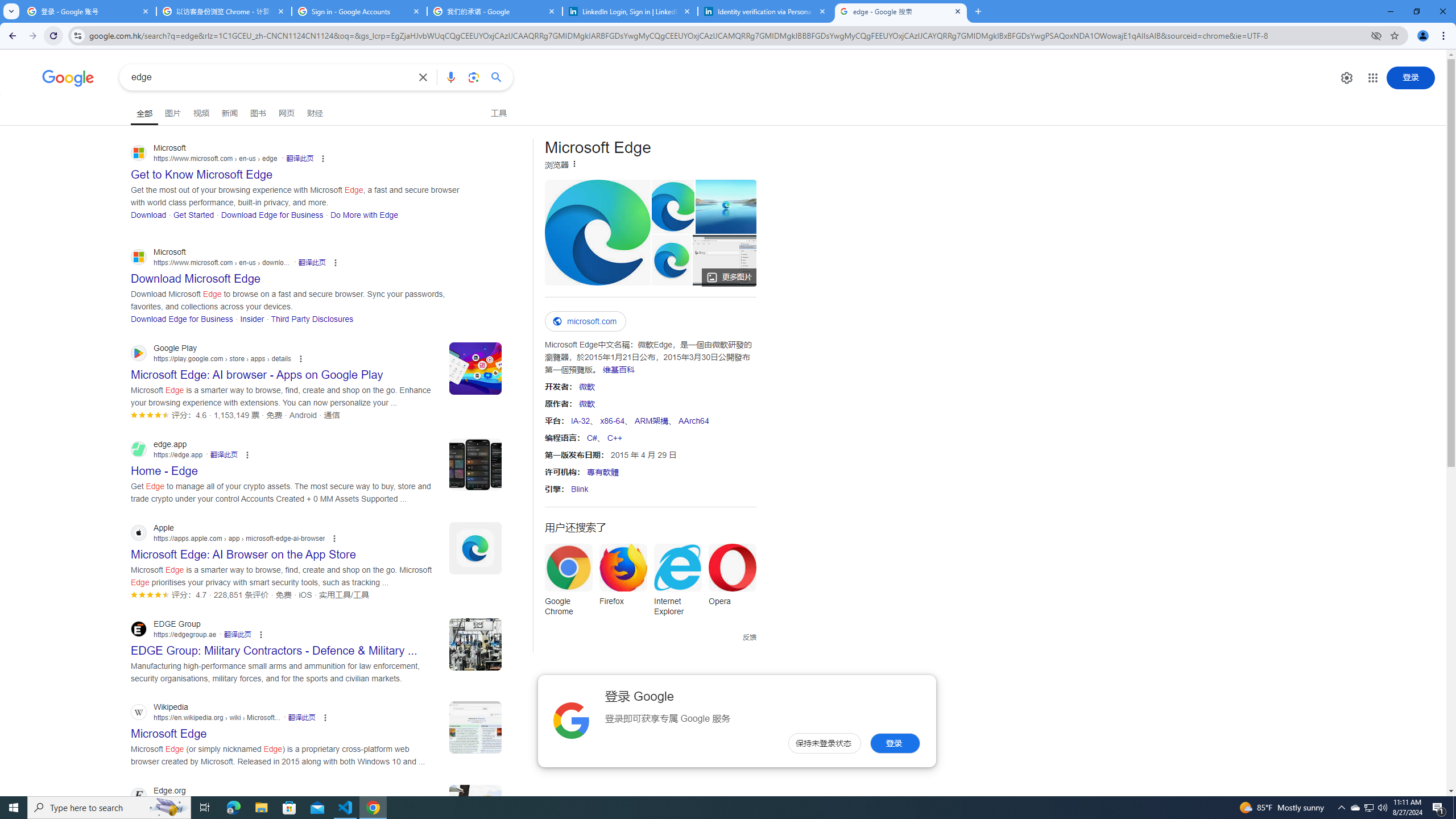  I want to click on 'Identity verification via Persona | LinkedIn Help', so click(765, 11).